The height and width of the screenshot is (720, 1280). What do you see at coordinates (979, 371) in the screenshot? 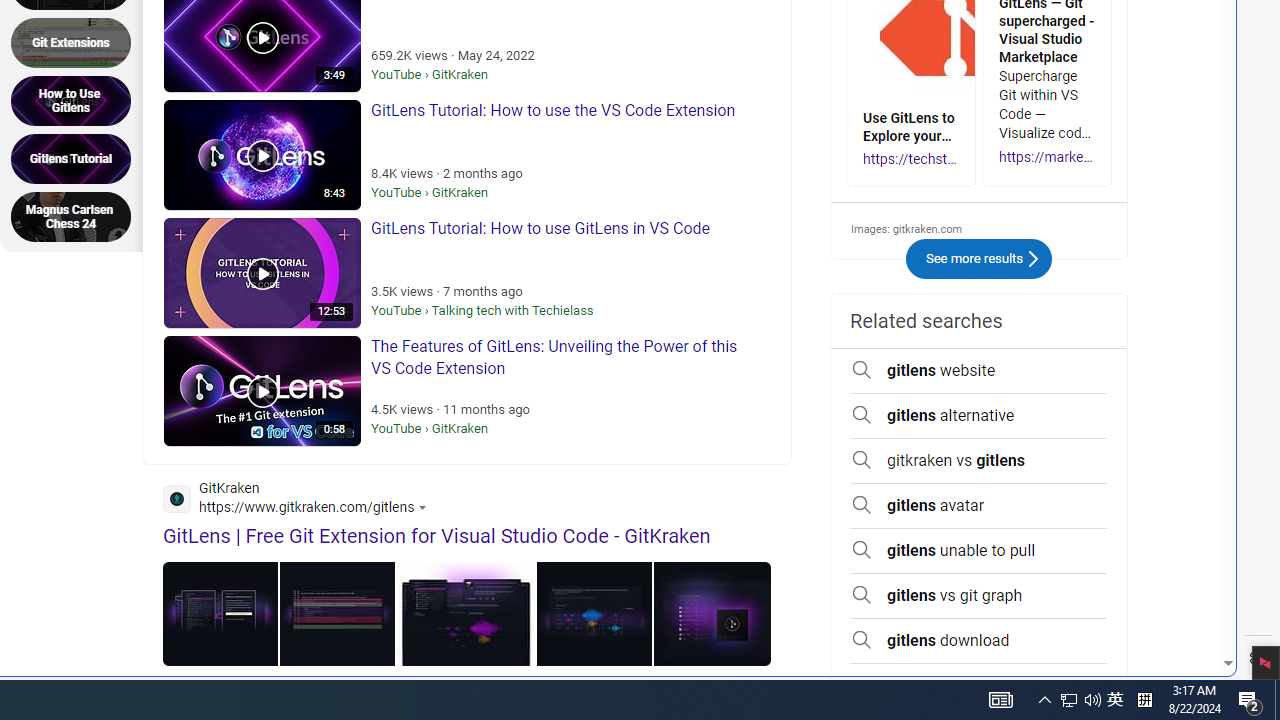
I see `'gitlens website'` at bounding box center [979, 371].